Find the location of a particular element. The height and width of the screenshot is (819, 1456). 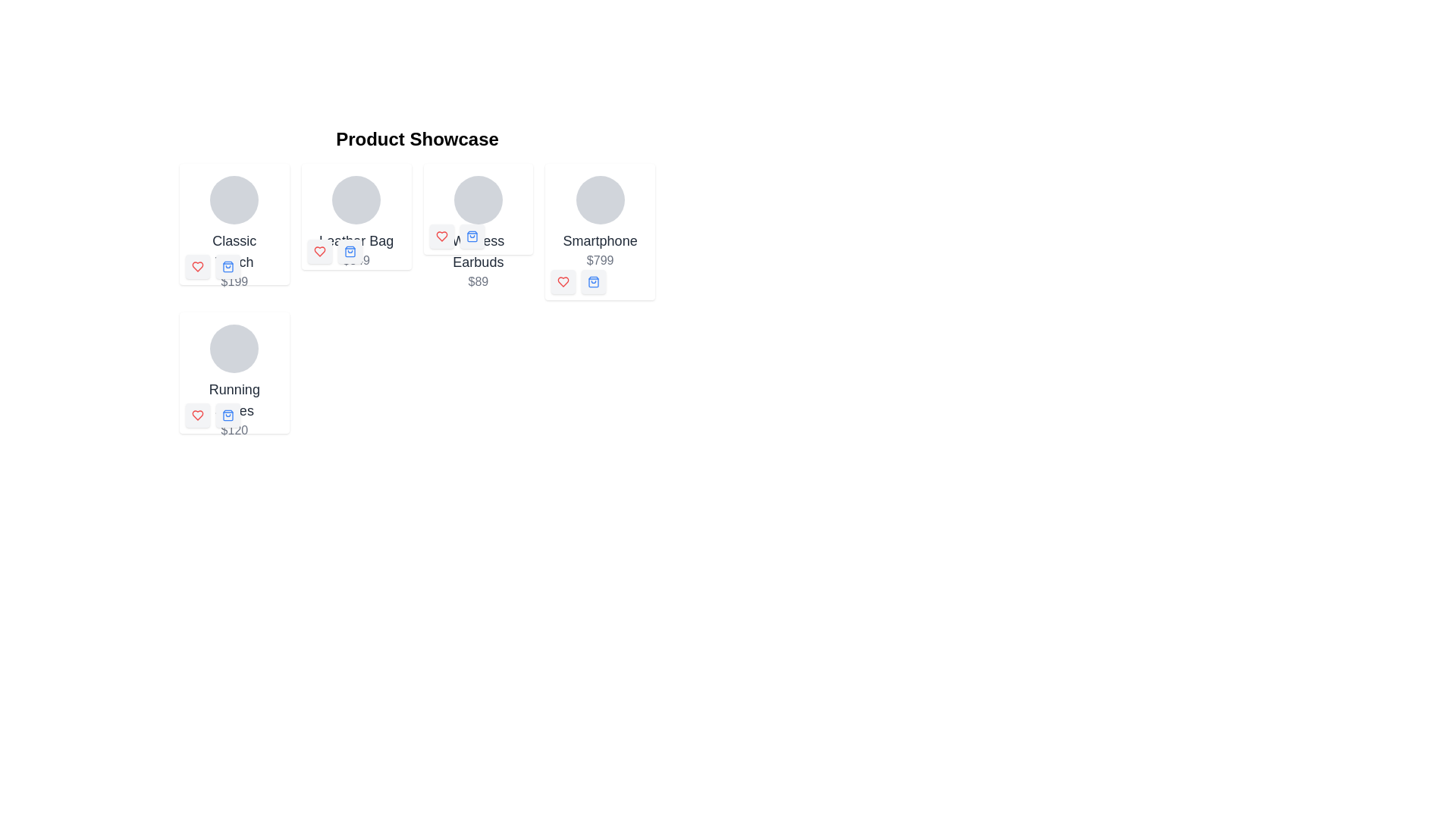

the shopping bag icon button located in the center of the toolbar at the bottom of the 'Wireless Earbuds' card is located at coordinates (471, 237).